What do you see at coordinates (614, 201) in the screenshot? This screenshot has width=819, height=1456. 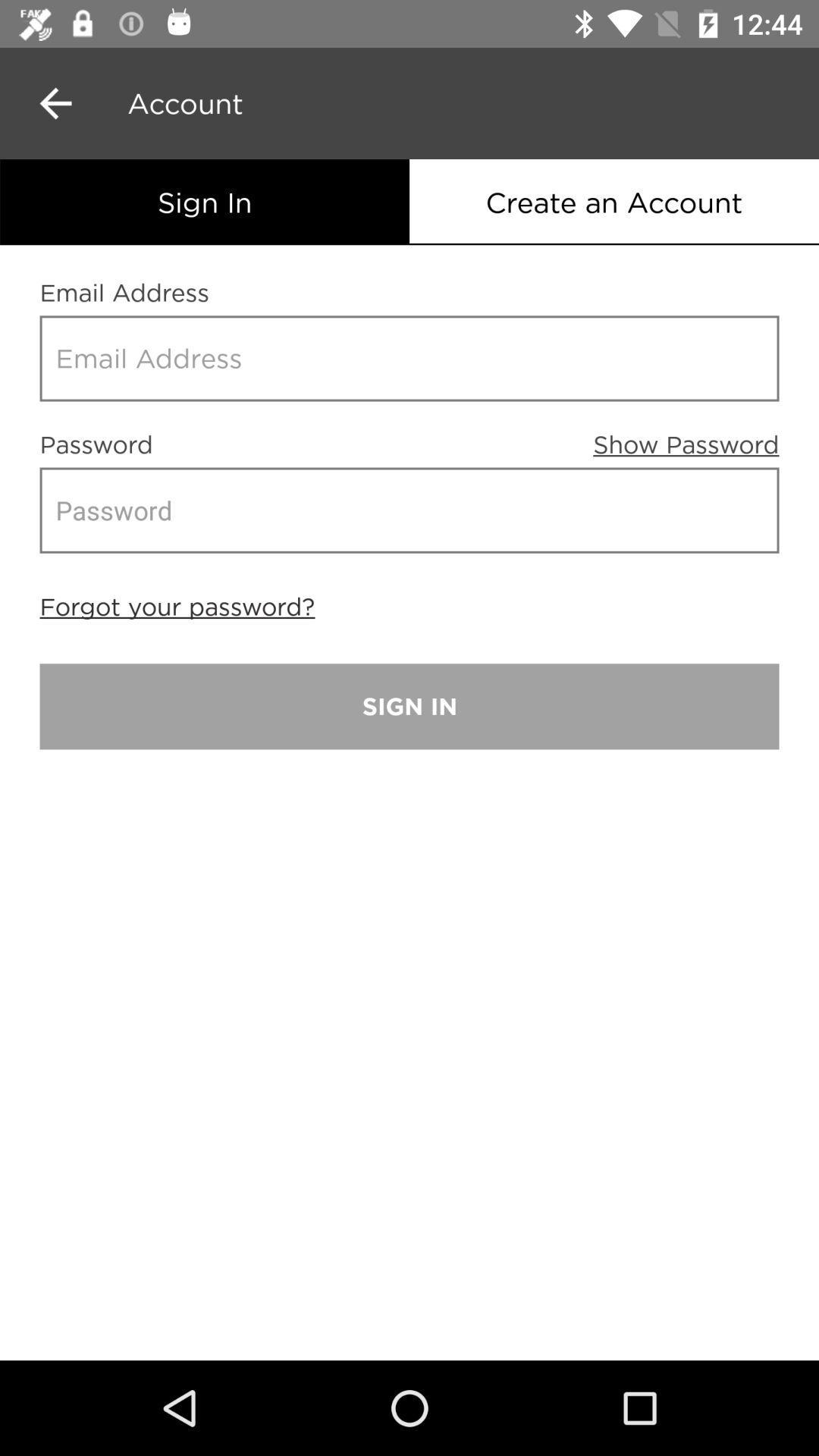 I see `create an account` at bounding box center [614, 201].